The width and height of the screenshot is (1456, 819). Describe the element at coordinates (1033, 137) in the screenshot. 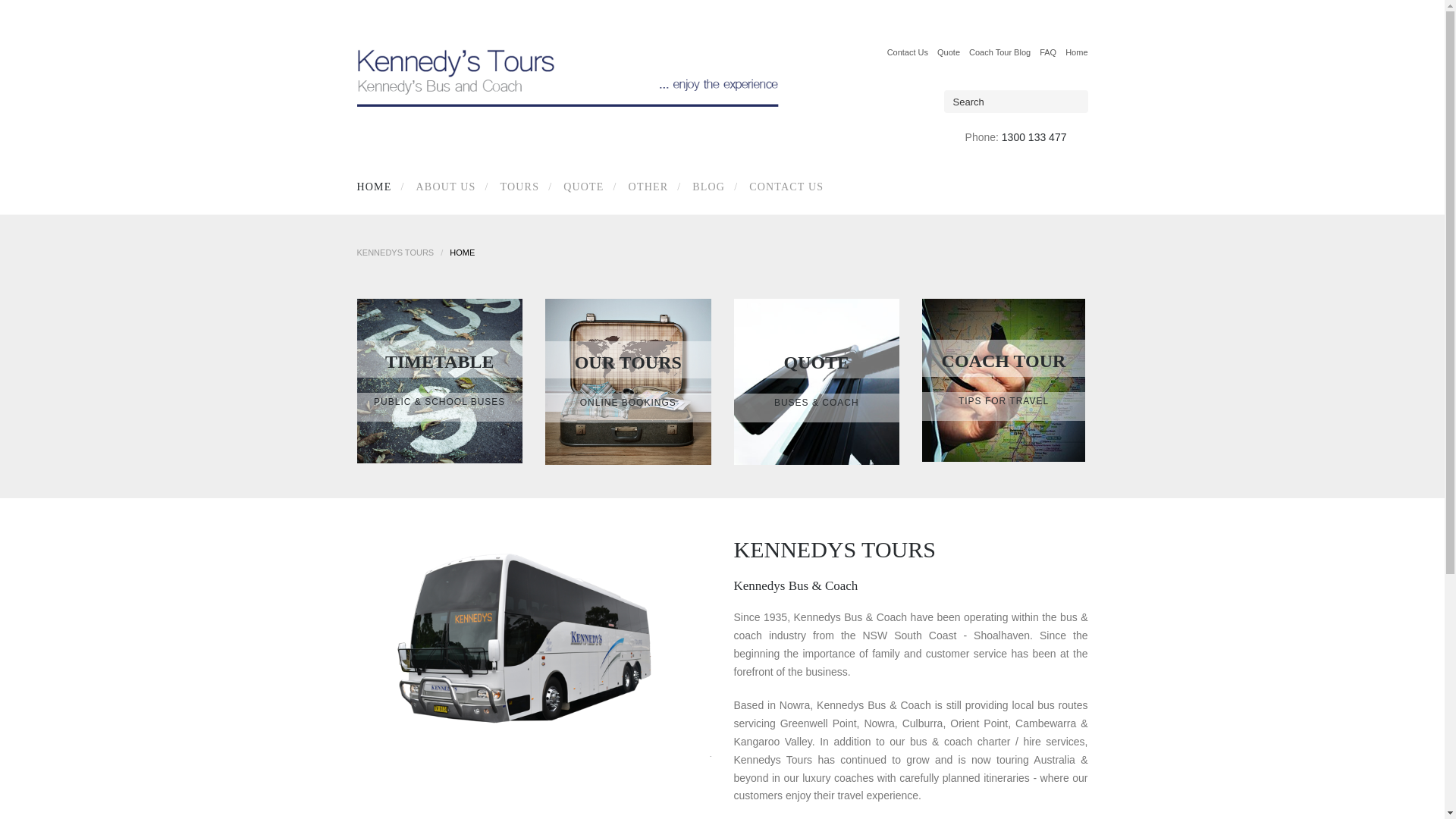

I see `'1300 133 477'` at that location.